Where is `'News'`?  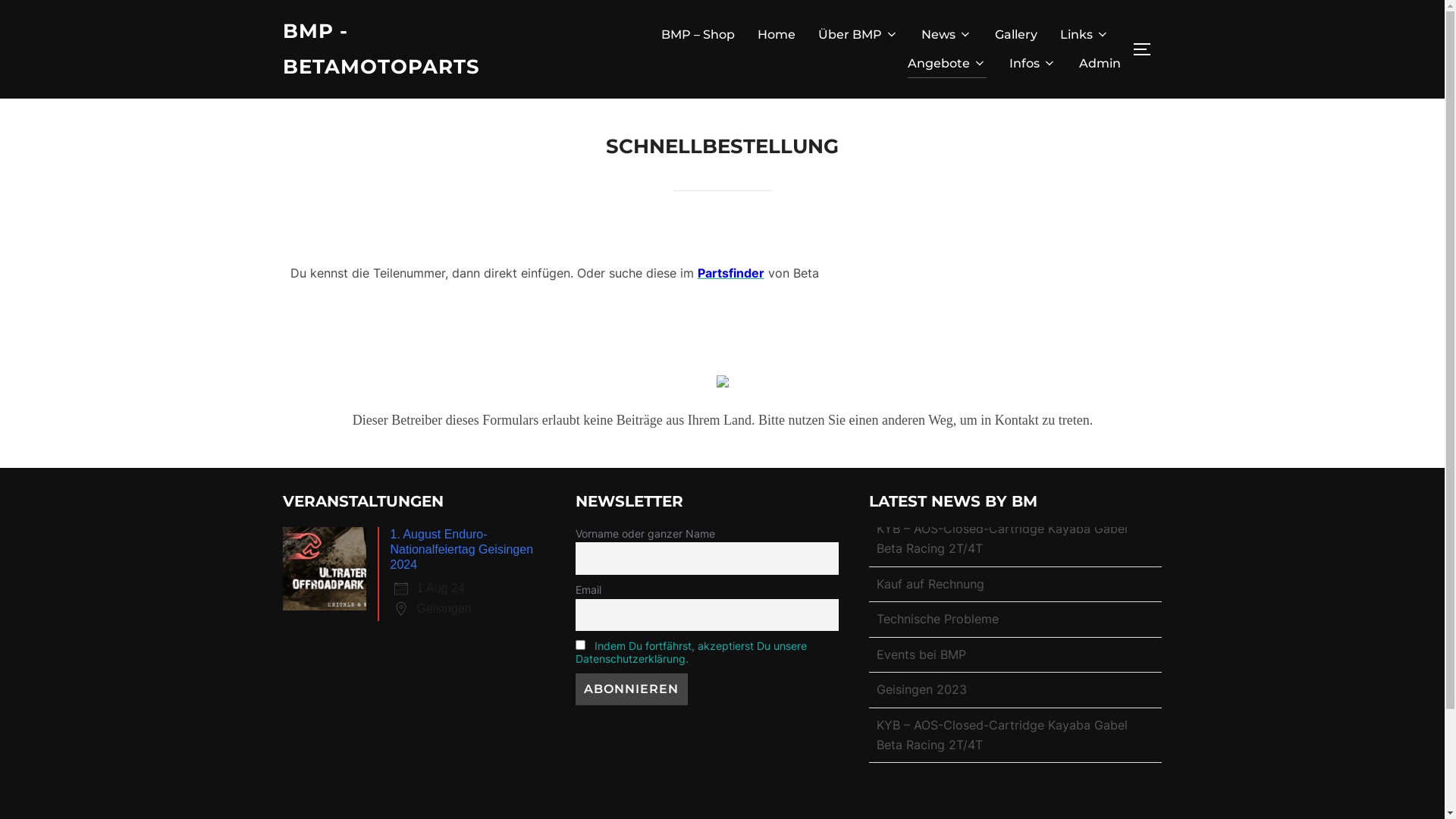 'News' is located at coordinates (945, 34).